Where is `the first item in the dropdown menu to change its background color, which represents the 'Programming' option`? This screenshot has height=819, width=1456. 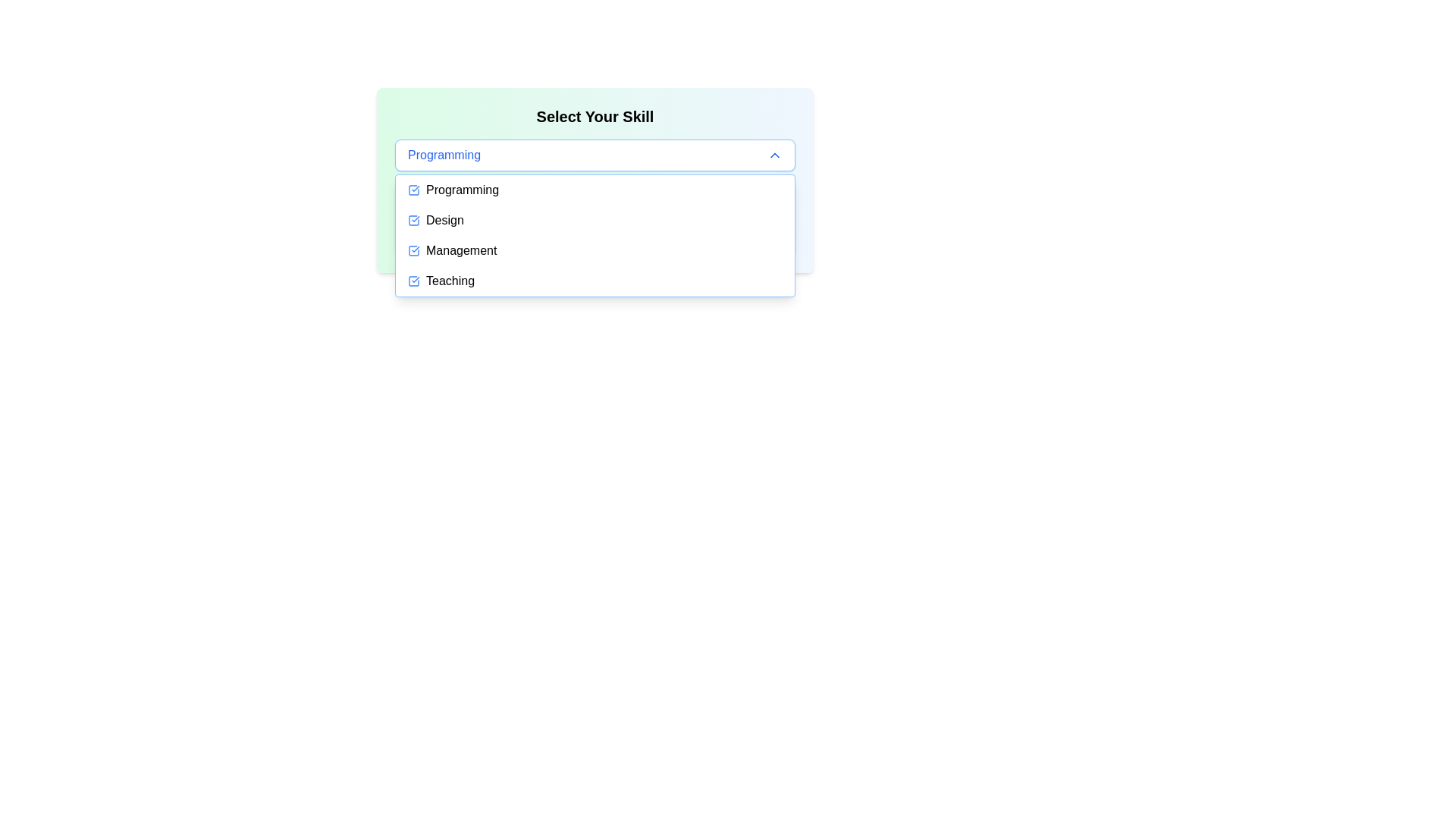
the first item in the dropdown menu to change its background color, which represents the 'Programming' option is located at coordinates (595, 189).